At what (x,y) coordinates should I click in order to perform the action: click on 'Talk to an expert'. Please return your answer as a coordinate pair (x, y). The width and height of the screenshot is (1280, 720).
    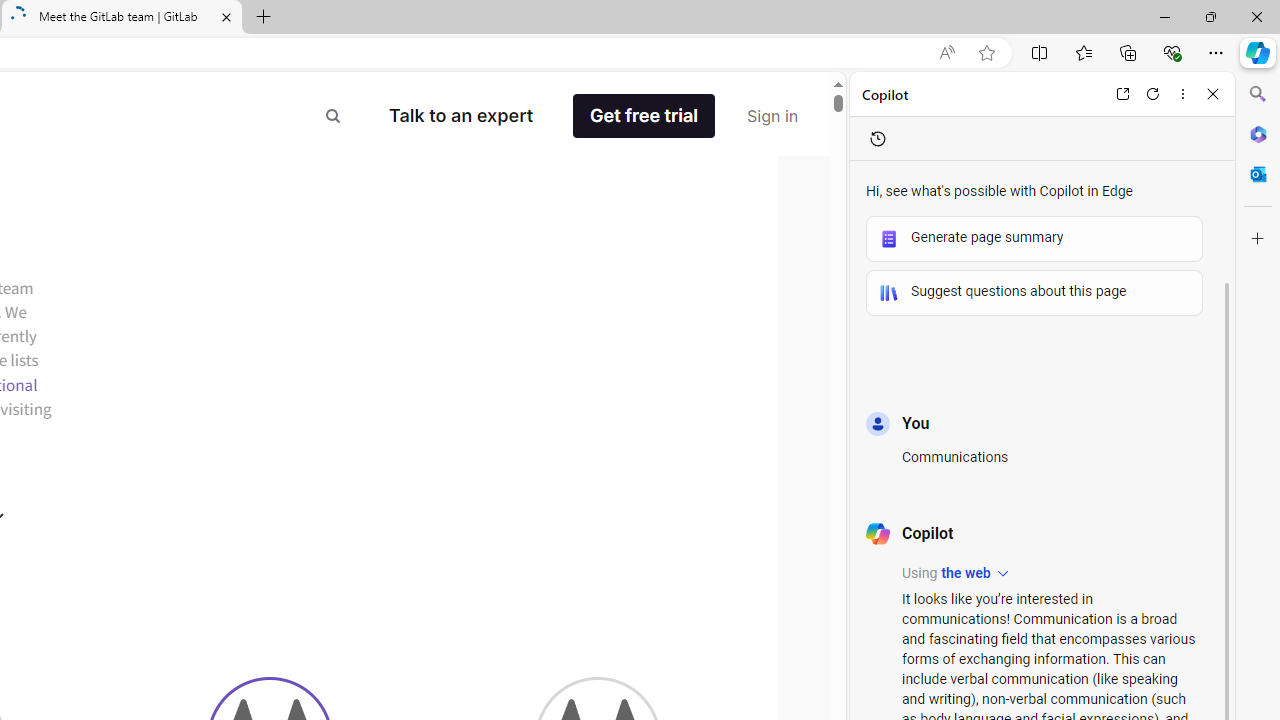
    Looking at the image, I should click on (460, 115).